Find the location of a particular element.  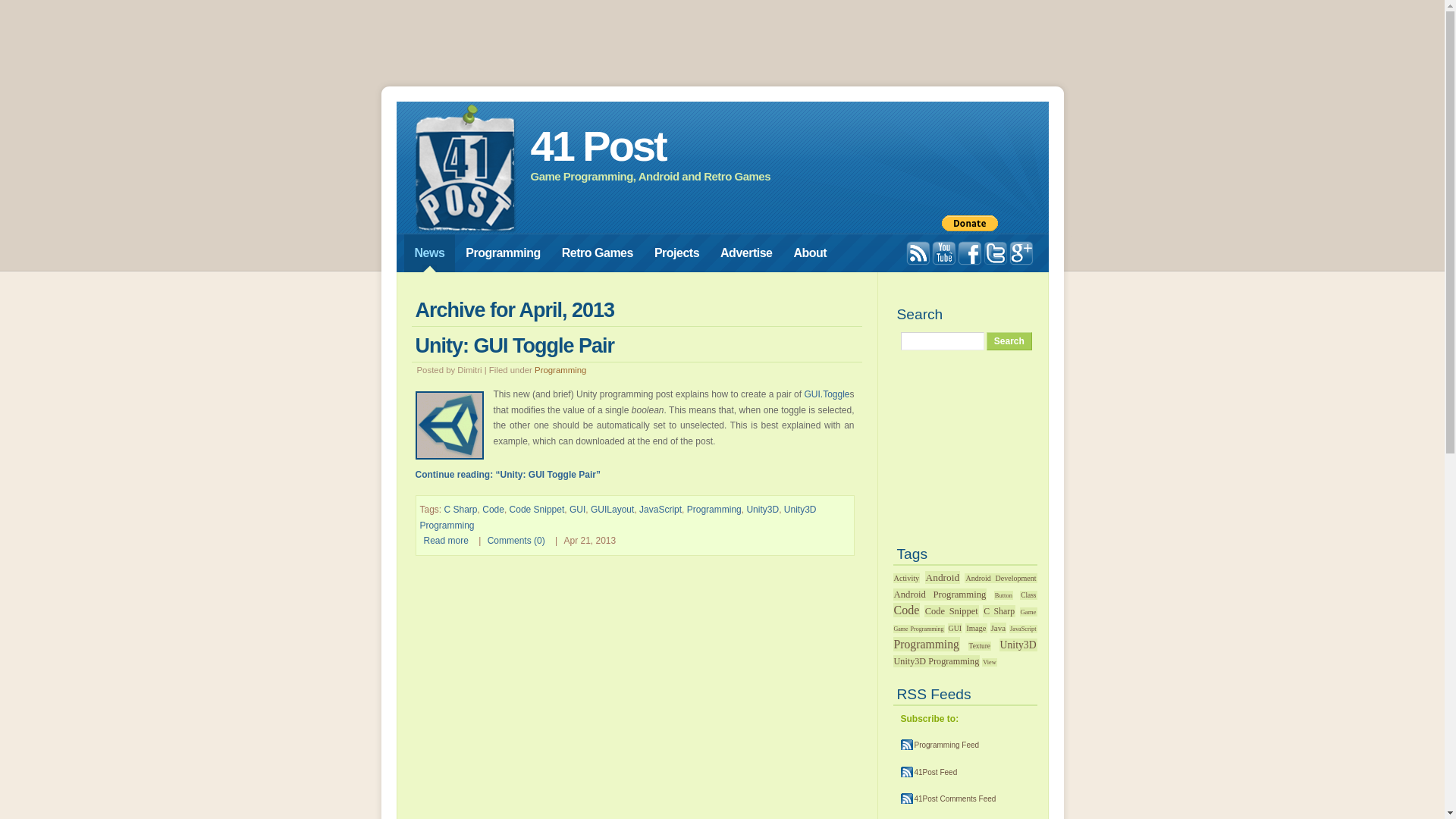

'Button' is located at coordinates (993, 595).